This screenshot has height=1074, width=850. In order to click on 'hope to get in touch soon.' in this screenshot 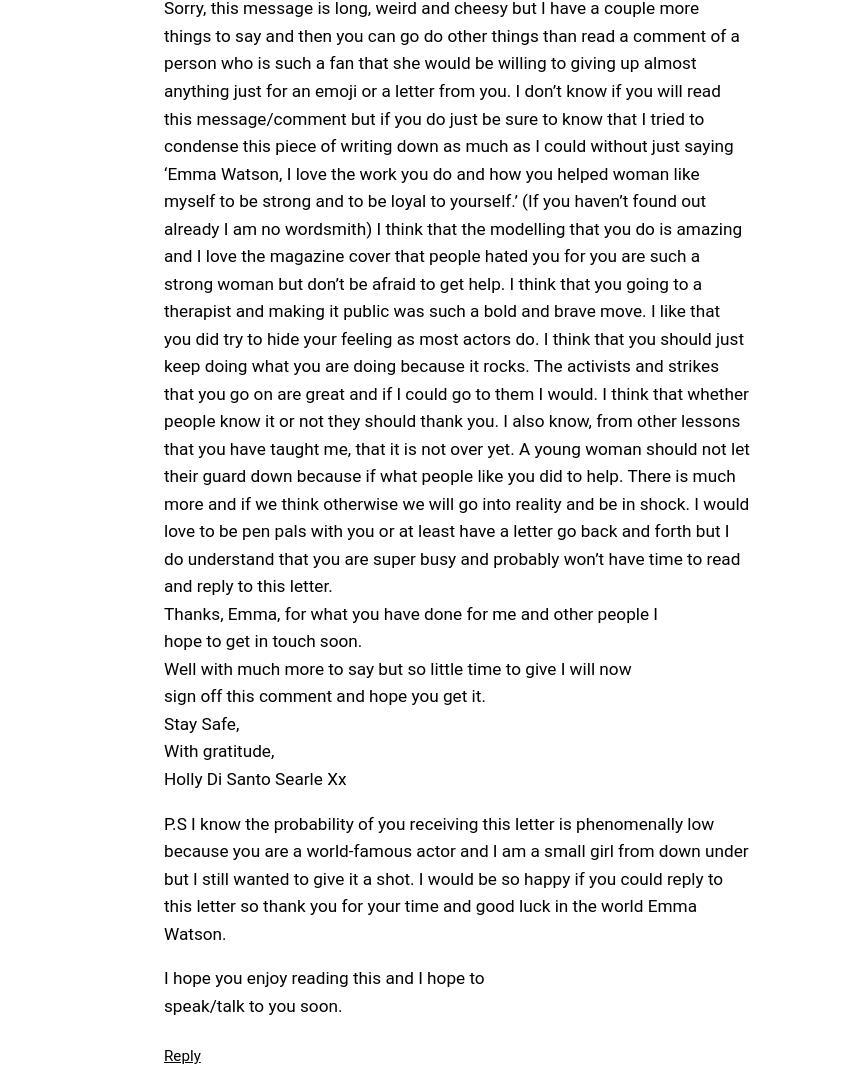, I will do `click(261, 640)`.